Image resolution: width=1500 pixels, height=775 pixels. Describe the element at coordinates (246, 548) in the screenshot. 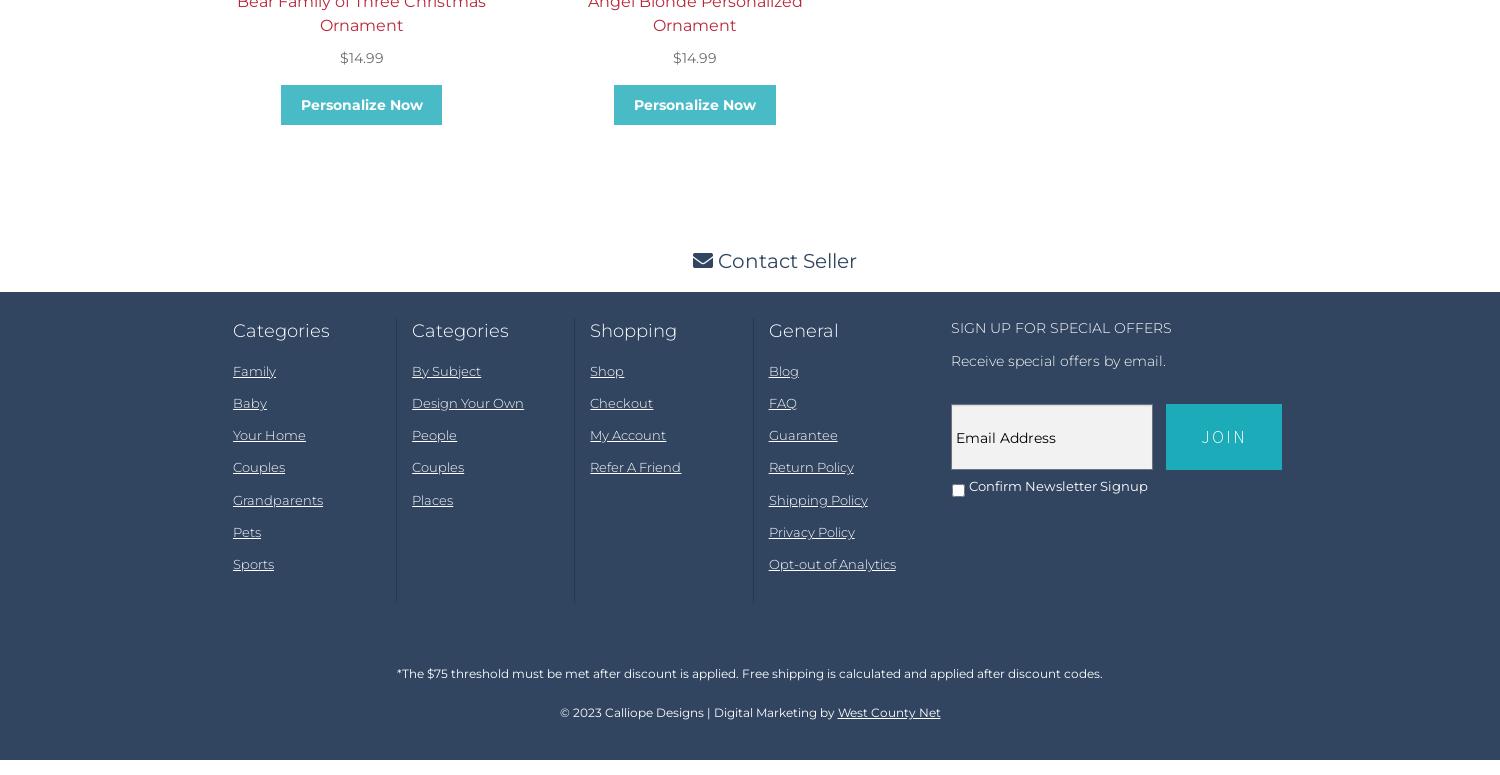

I see `'Pets'` at that location.